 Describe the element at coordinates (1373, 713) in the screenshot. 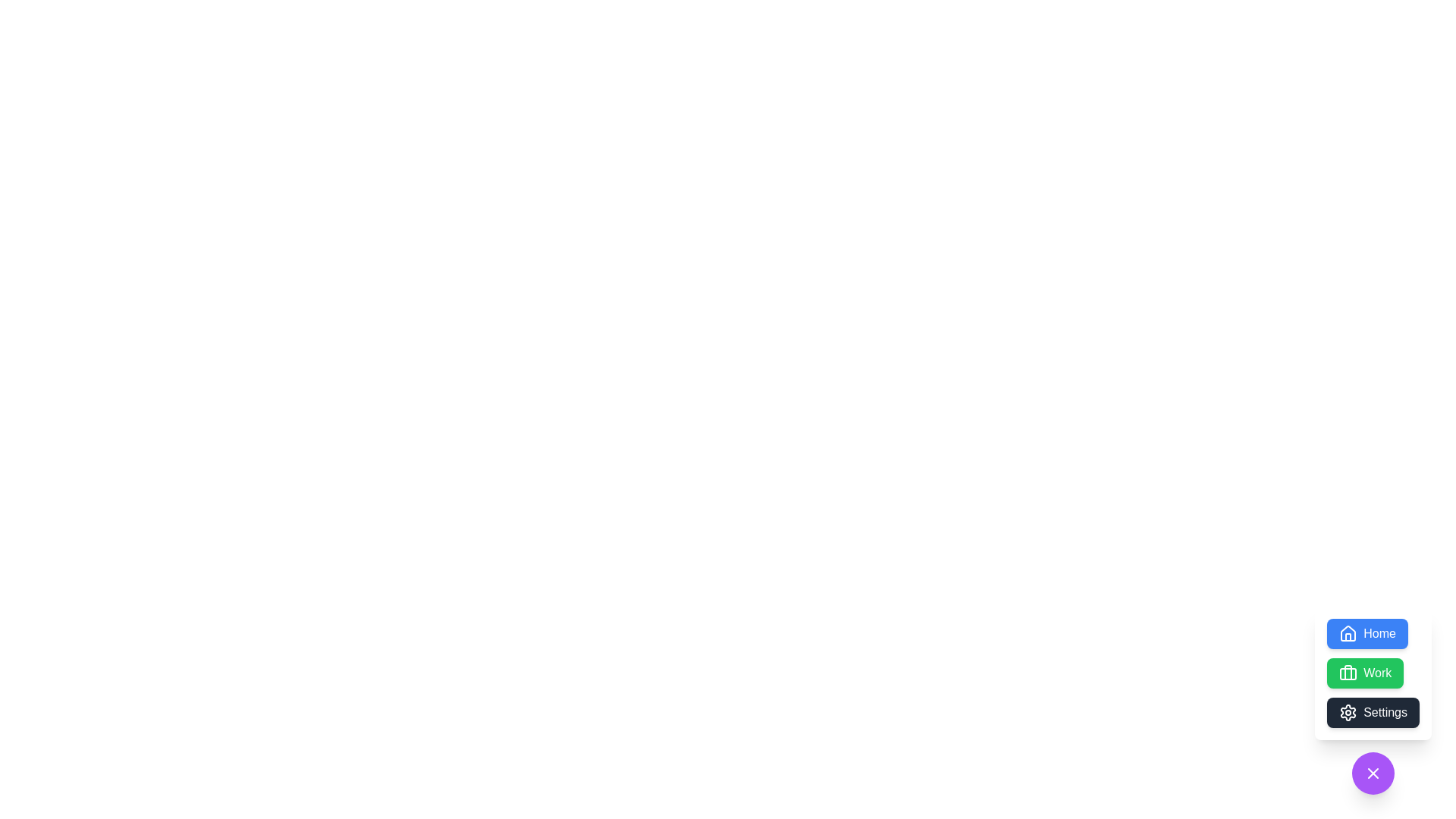

I see `the 'Settings' button, which is the third button in a vertical group of three buttons labeled 'Home', 'Work', and 'Settings'` at that location.